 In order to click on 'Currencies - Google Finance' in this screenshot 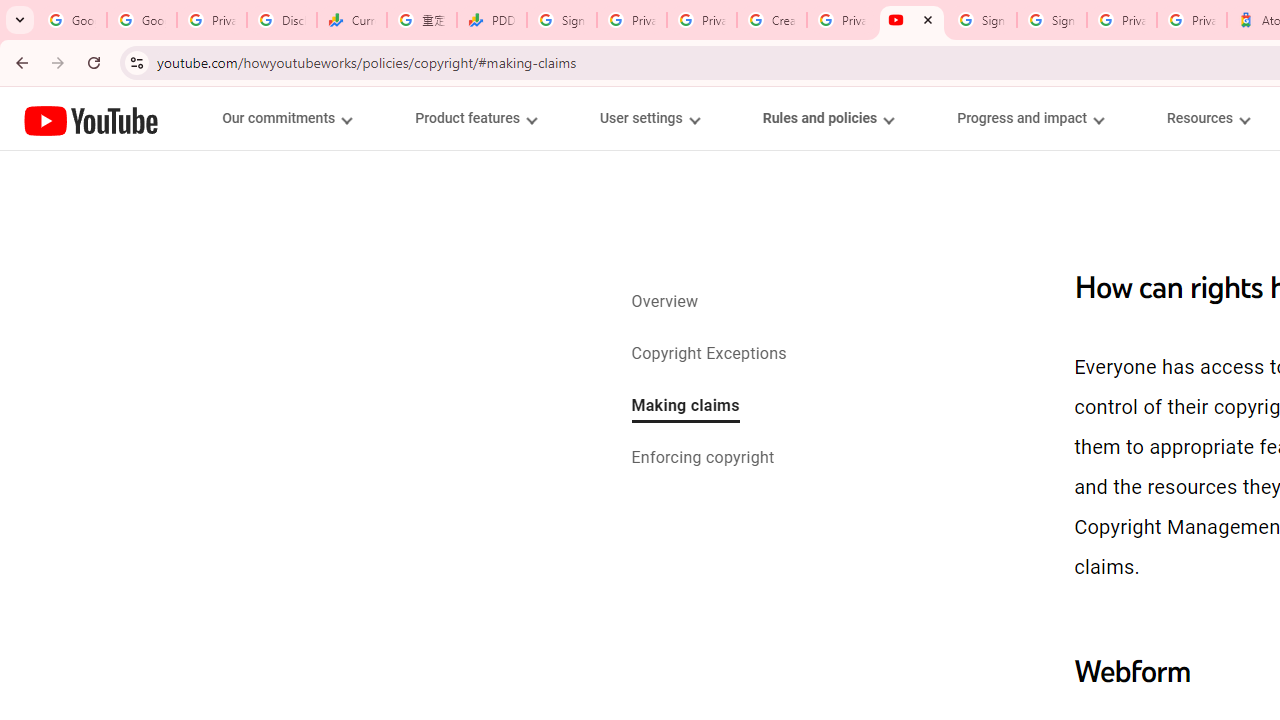, I will do `click(352, 20)`.